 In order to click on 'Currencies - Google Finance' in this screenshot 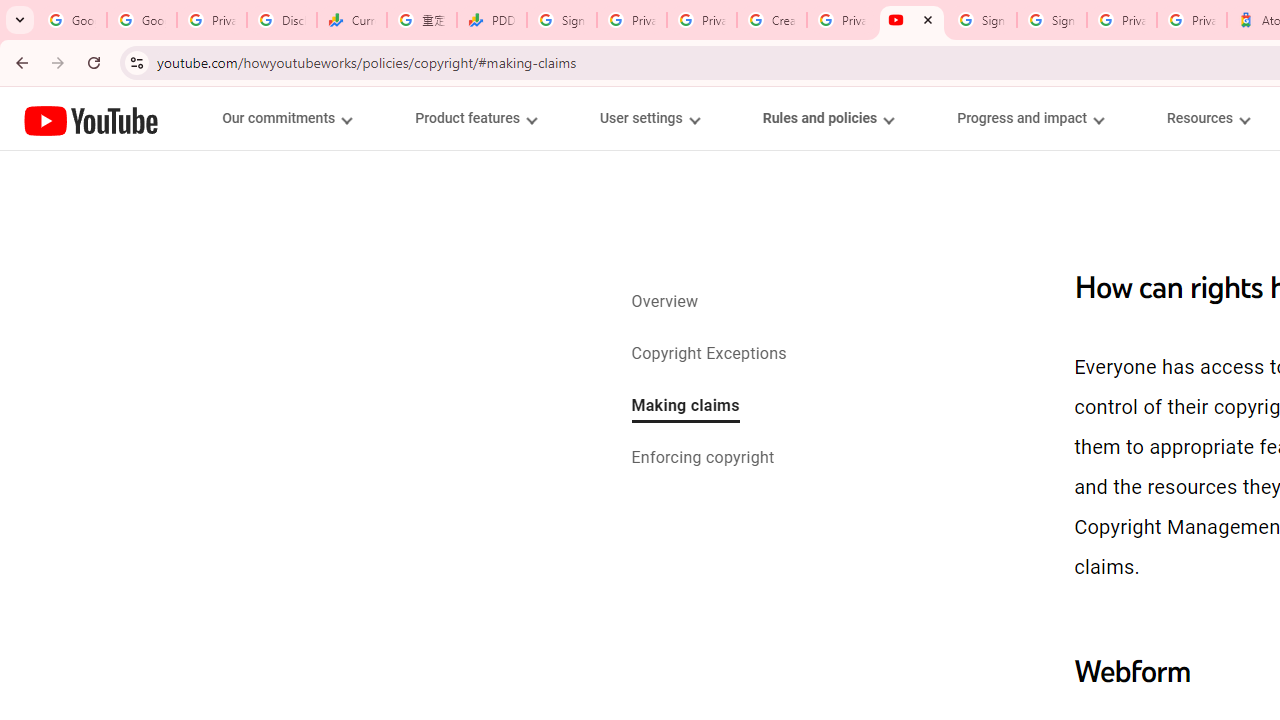, I will do `click(352, 20)`.